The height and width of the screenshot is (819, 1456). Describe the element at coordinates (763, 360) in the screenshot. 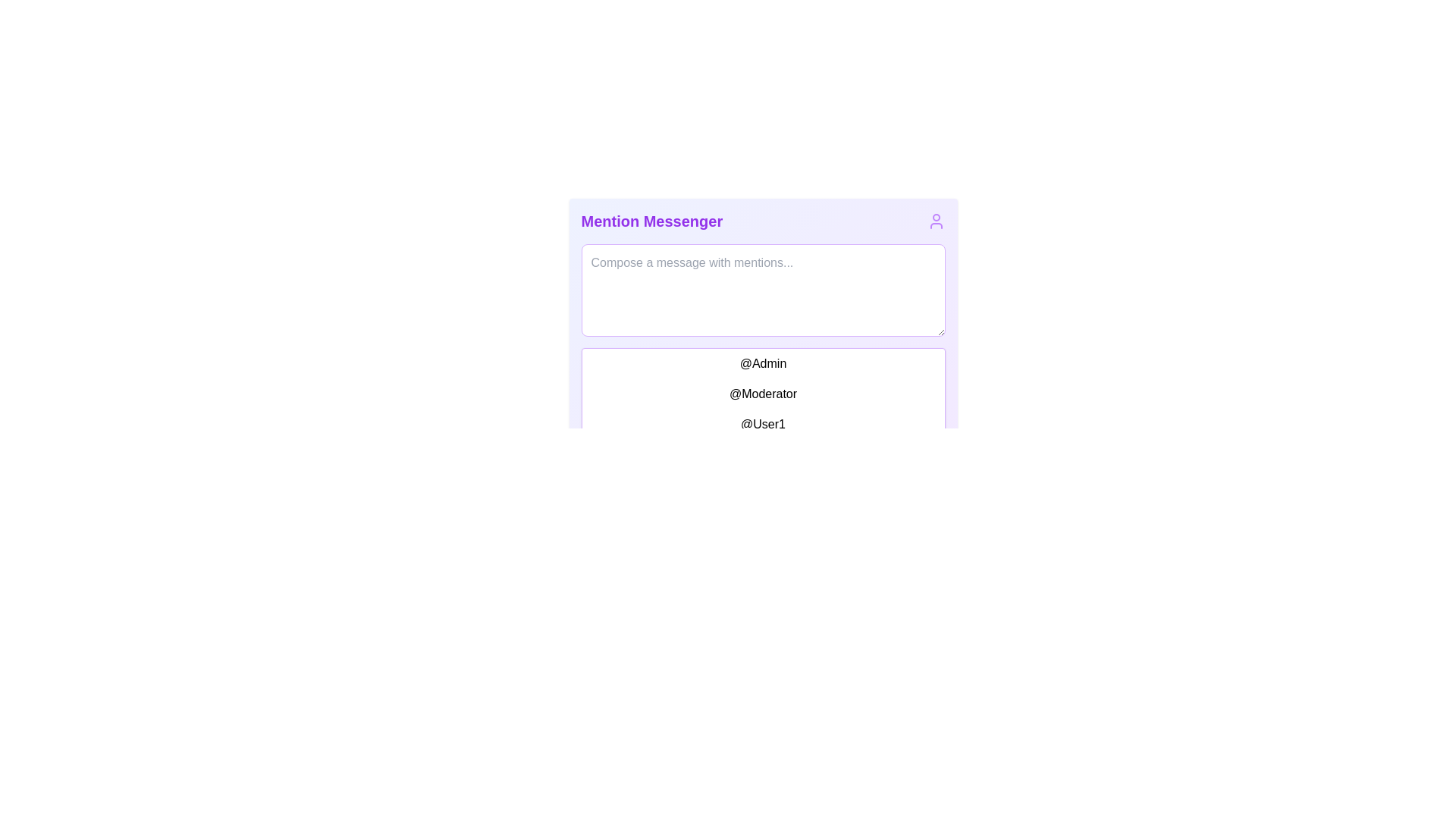

I see `a mention option in the Message Composer Utility with Mention Selector to include it in the message` at that location.